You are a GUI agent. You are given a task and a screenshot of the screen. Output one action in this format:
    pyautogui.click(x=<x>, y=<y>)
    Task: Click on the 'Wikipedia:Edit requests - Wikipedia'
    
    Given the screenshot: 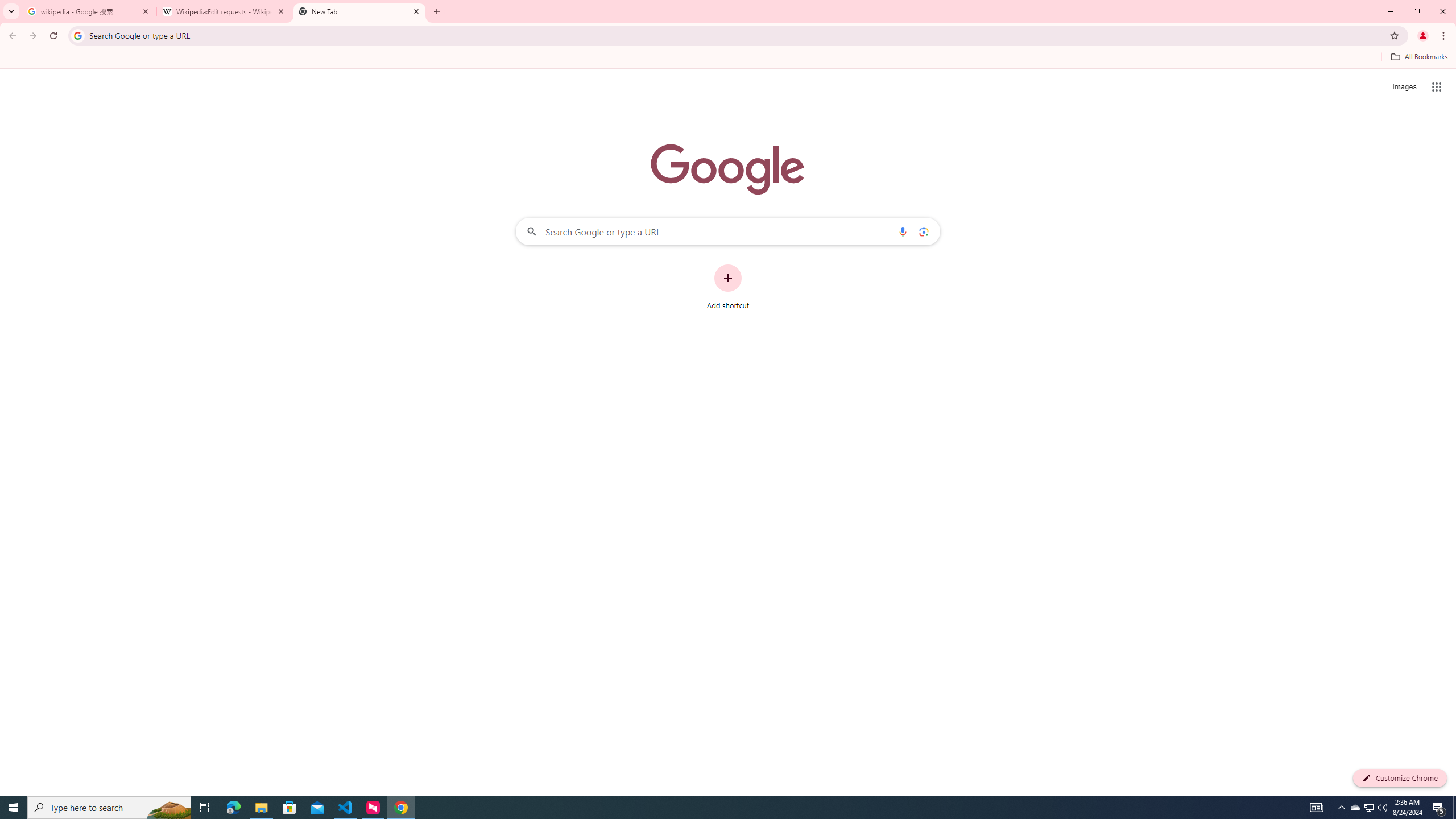 What is the action you would take?
    pyautogui.click(x=224, y=11)
    